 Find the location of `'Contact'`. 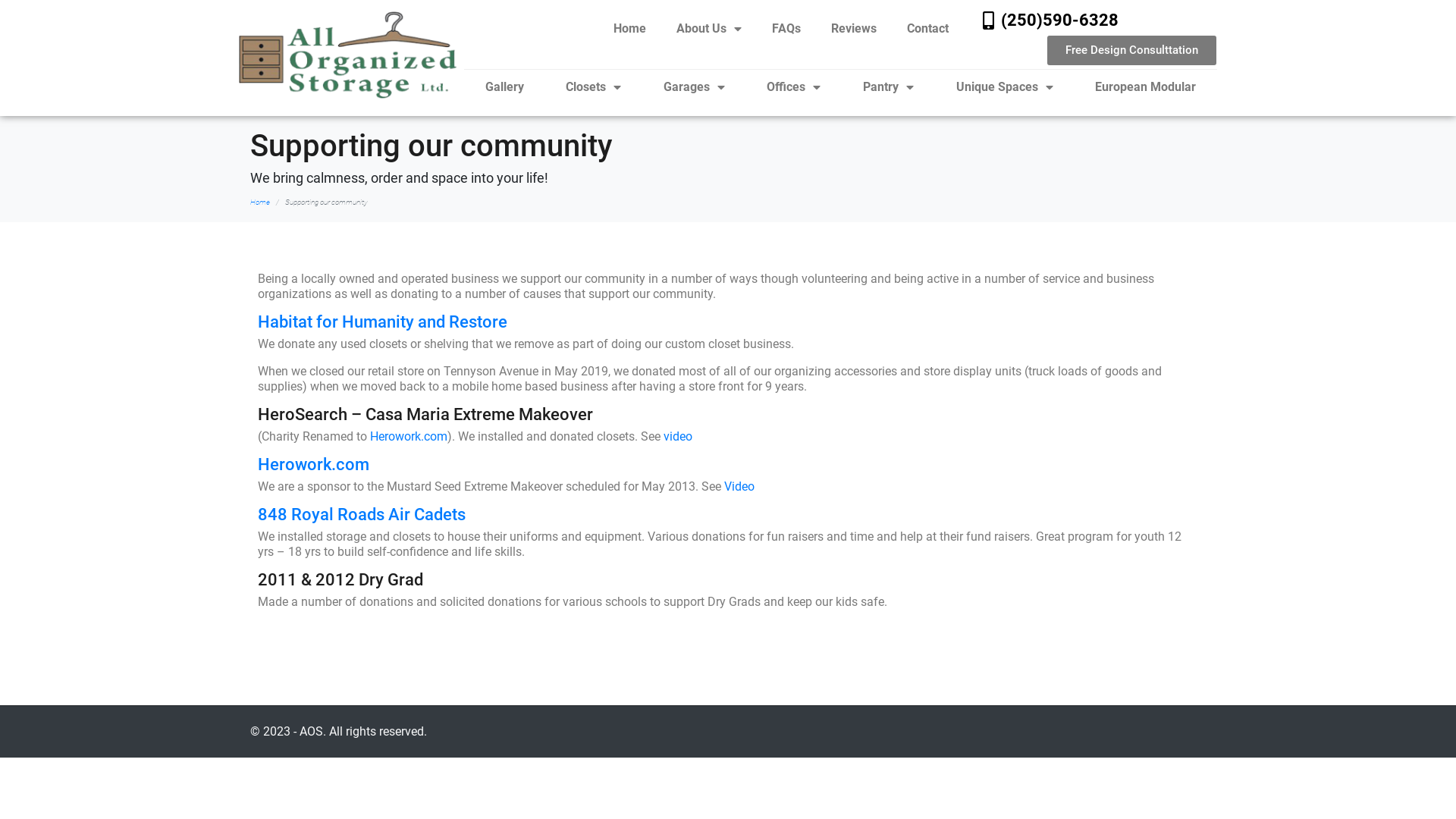

'Contact' is located at coordinates (927, 29).